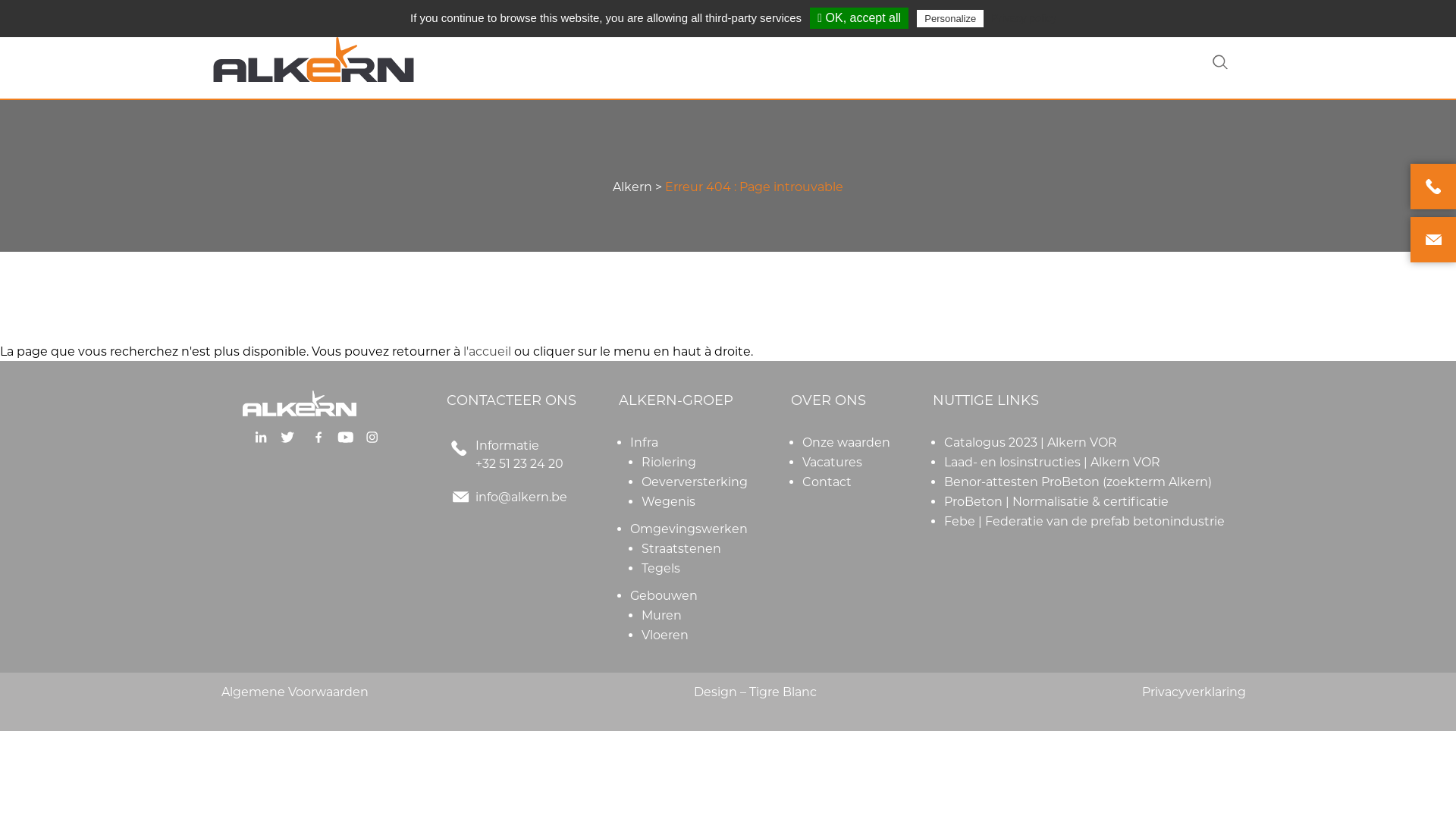  What do you see at coordinates (641, 482) in the screenshot?
I see `'Oeverversterking'` at bounding box center [641, 482].